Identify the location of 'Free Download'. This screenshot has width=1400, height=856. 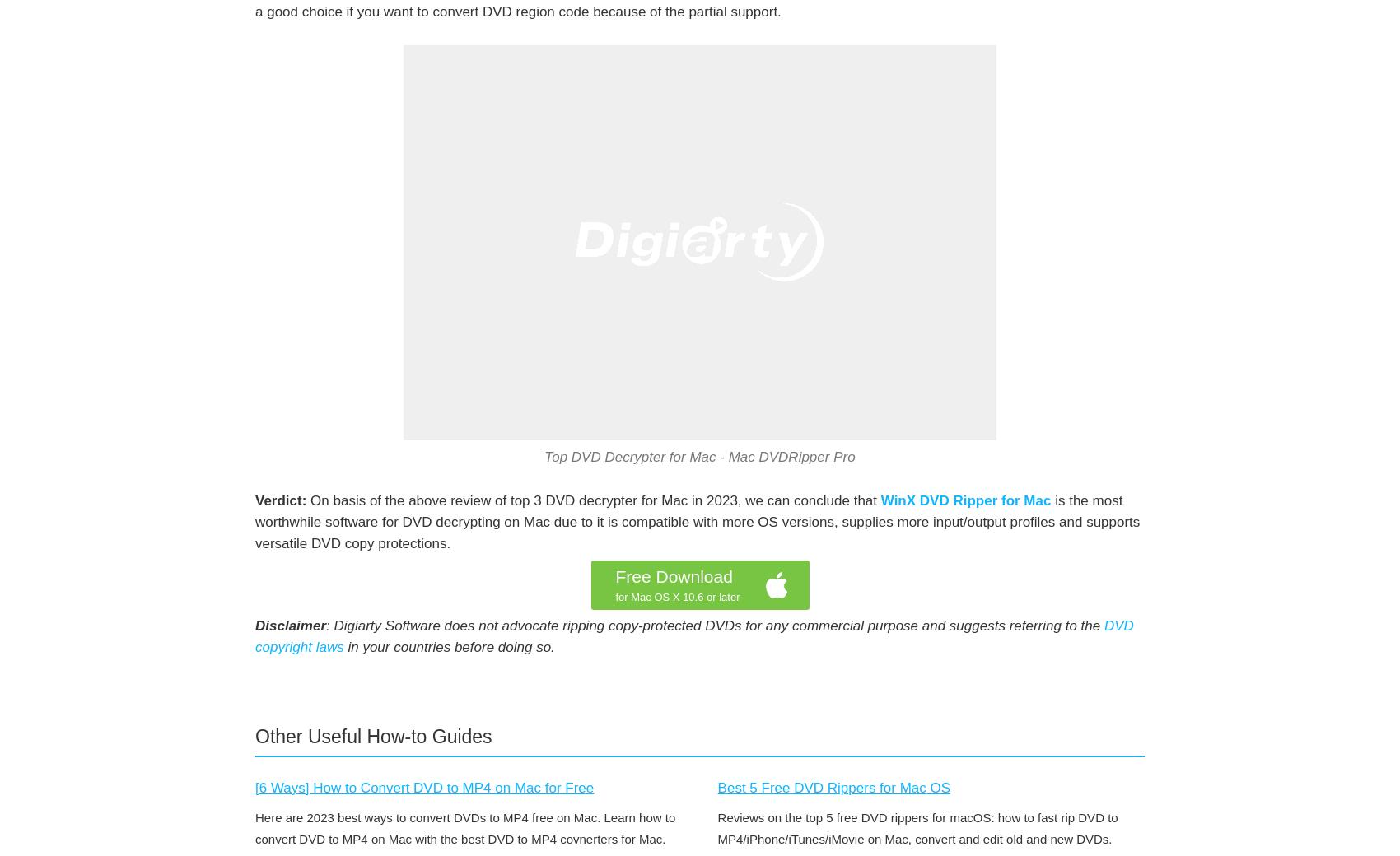
(673, 576).